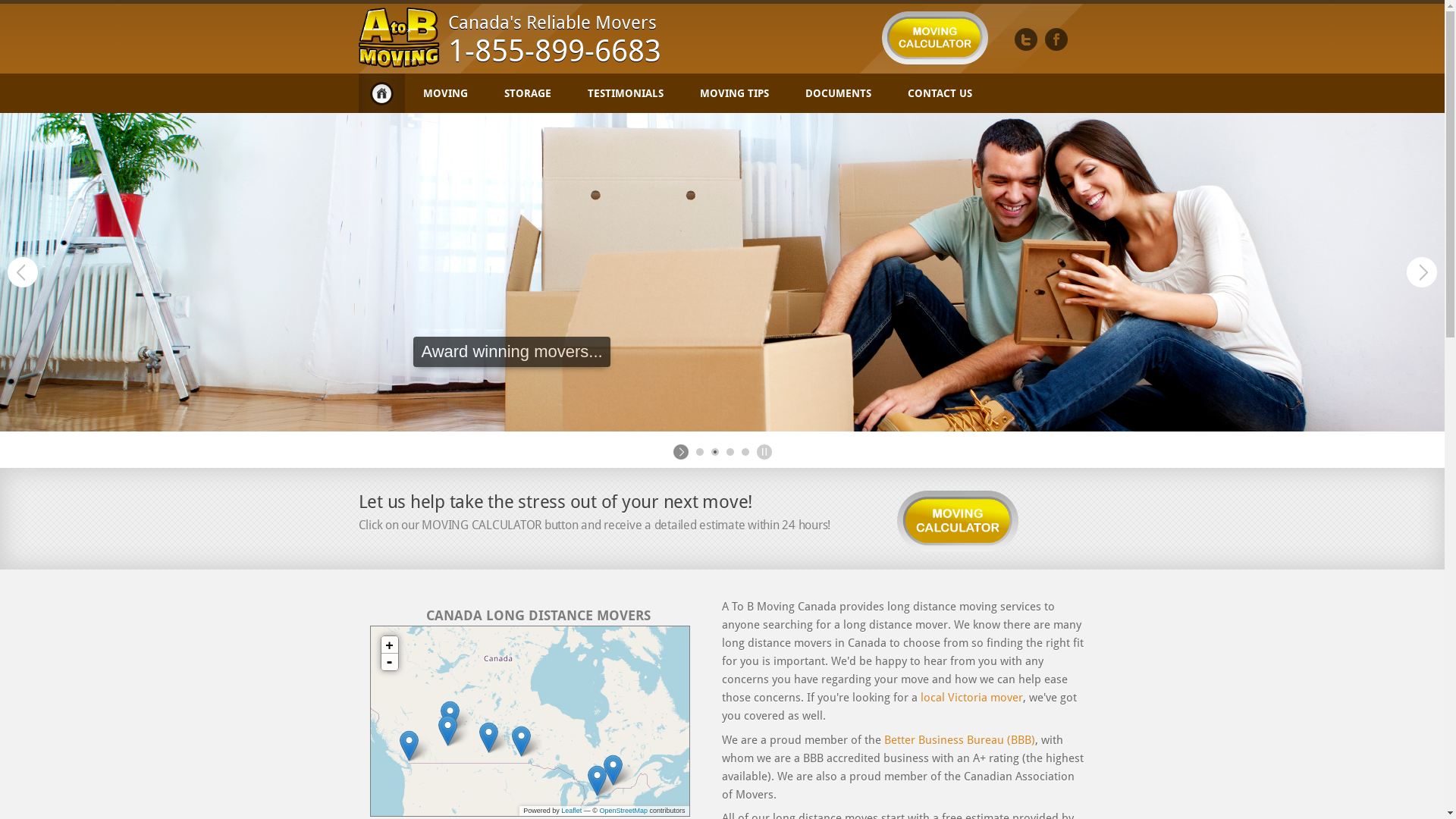 The image size is (1456, 819). I want to click on 'Follow us!', so click(1026, 38).